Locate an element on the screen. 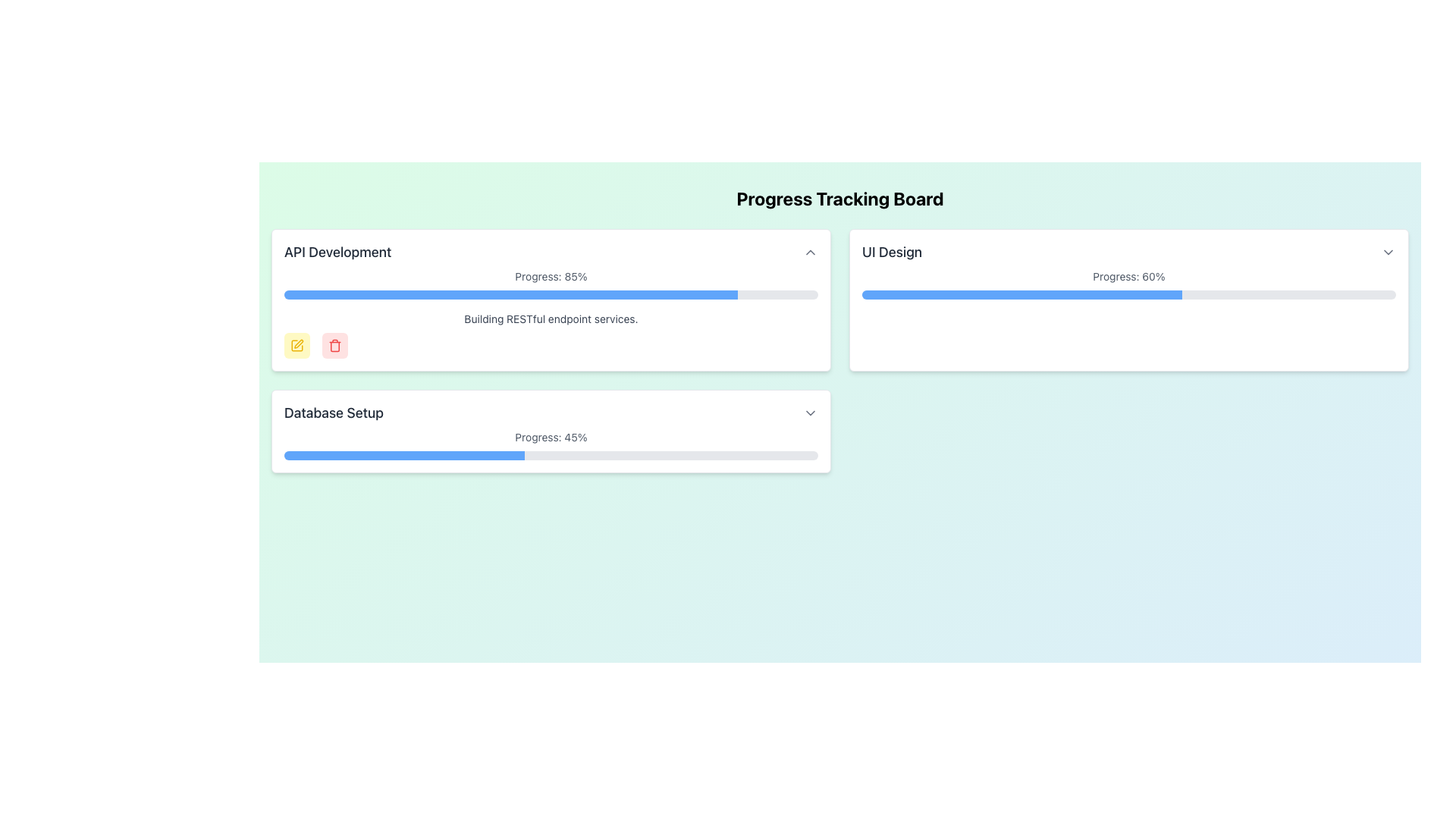  the progress bar indicating 60% progress within the 'UI Design' card, located below the text 'Progress: 60%' is located at coordinates (1128, 295).